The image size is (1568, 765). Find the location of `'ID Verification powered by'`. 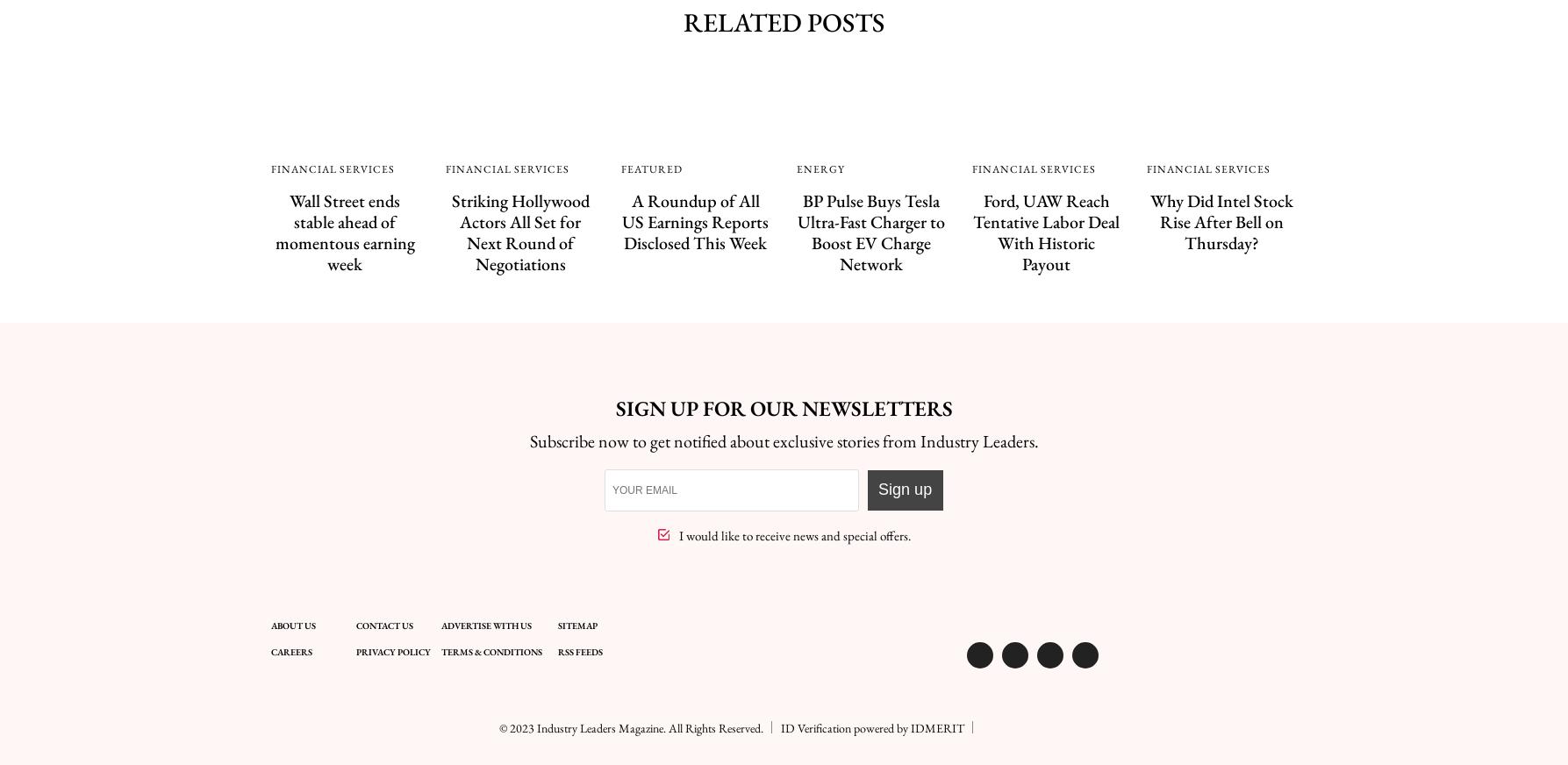

'ID Verification powered by' is located at coordinates (844, 727).